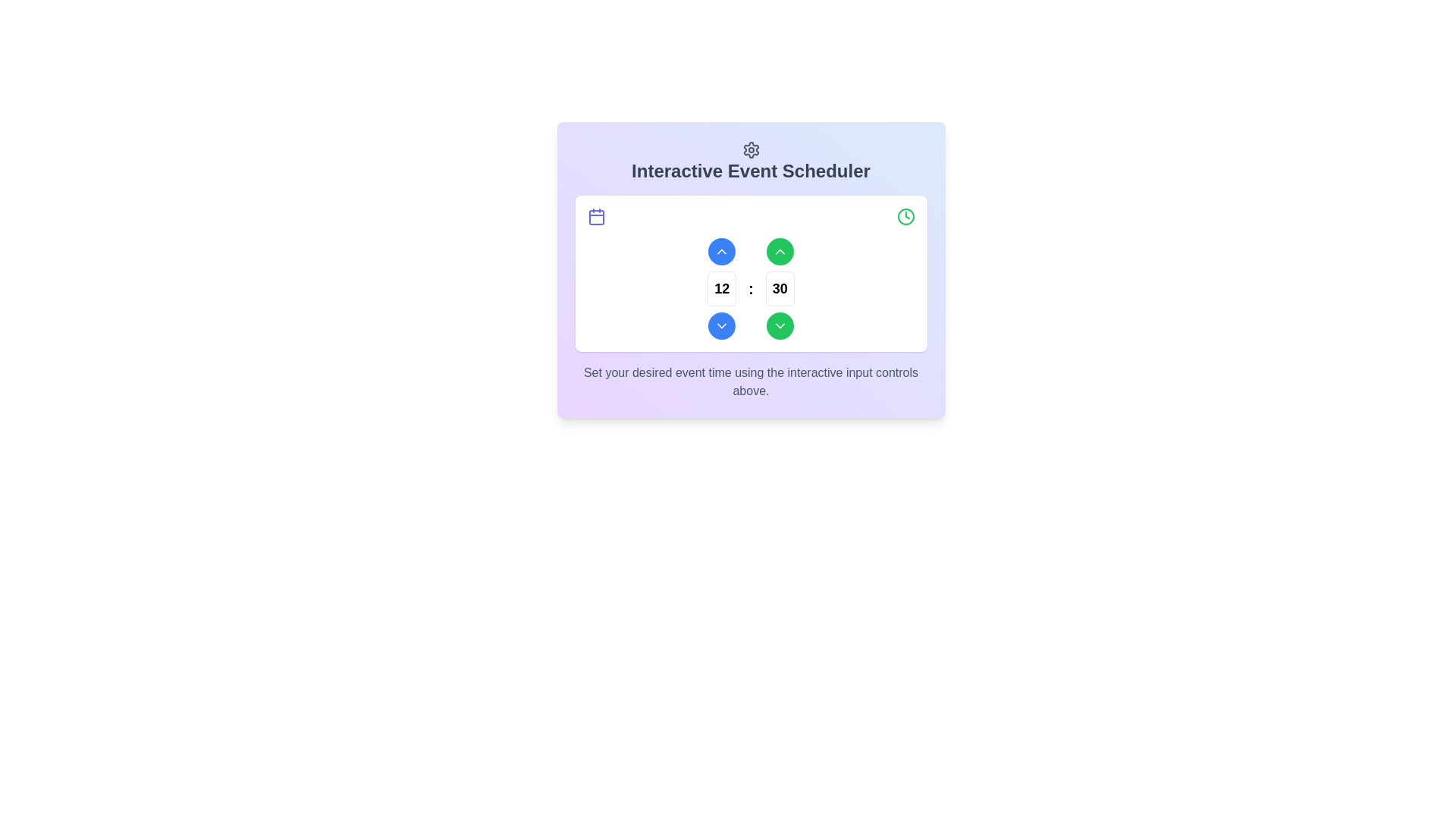 This screenshot has height=819, width=1456. I want to click on central rectangular UI element within the calendar icon for debugging purposes, so click(595, 217).